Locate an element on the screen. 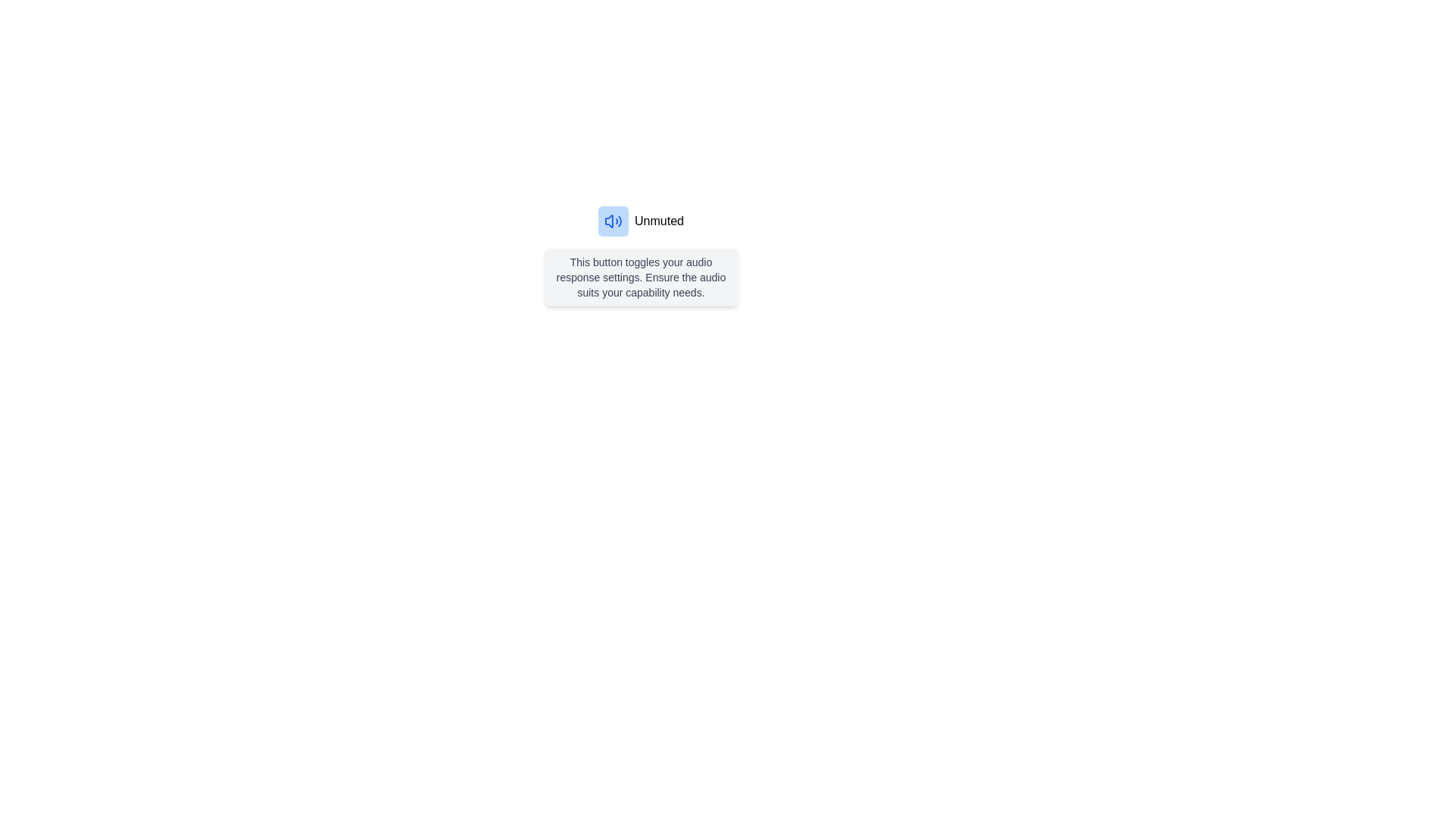 The width and height of the screenshot is (1456, 819). the leftmost part of the speaker icon representing an unmuted audio state, located at the center of the interface above the text 'Unmuted' is located at coordinates (609, 221).